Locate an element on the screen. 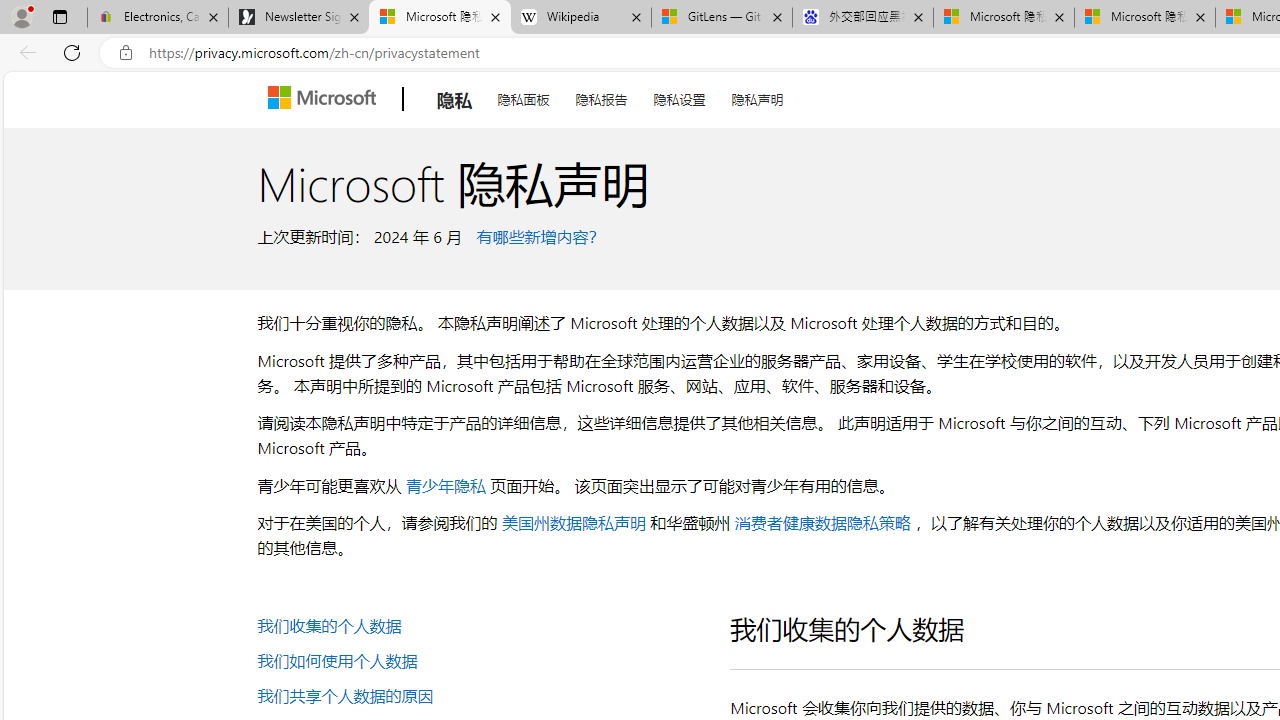 The height and width of the screenshot is (720, 1280). 'Microsoft' is located at coordinates (326, 99).